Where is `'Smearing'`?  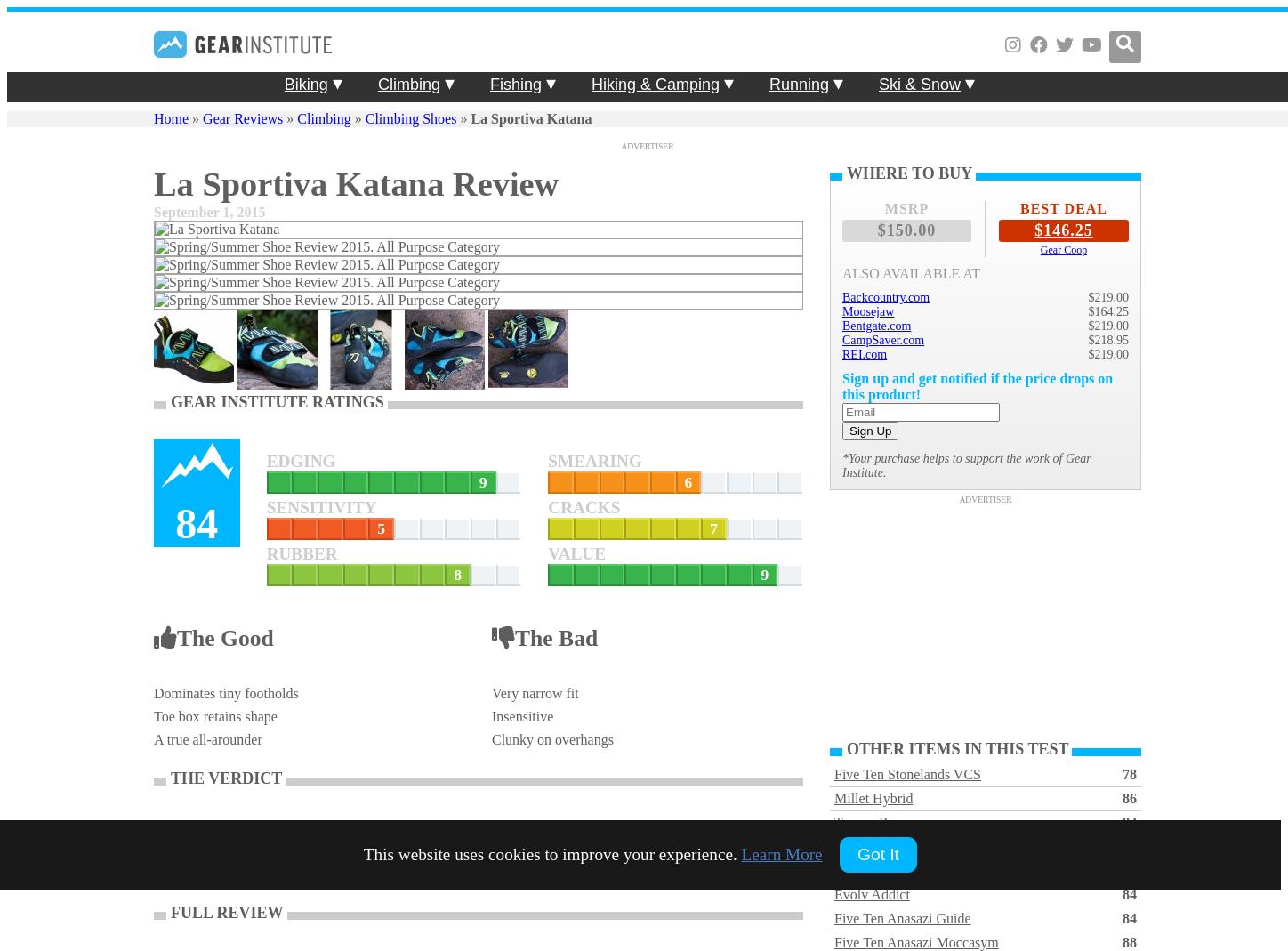
'Smearing' is located at coordinates (547, 460).